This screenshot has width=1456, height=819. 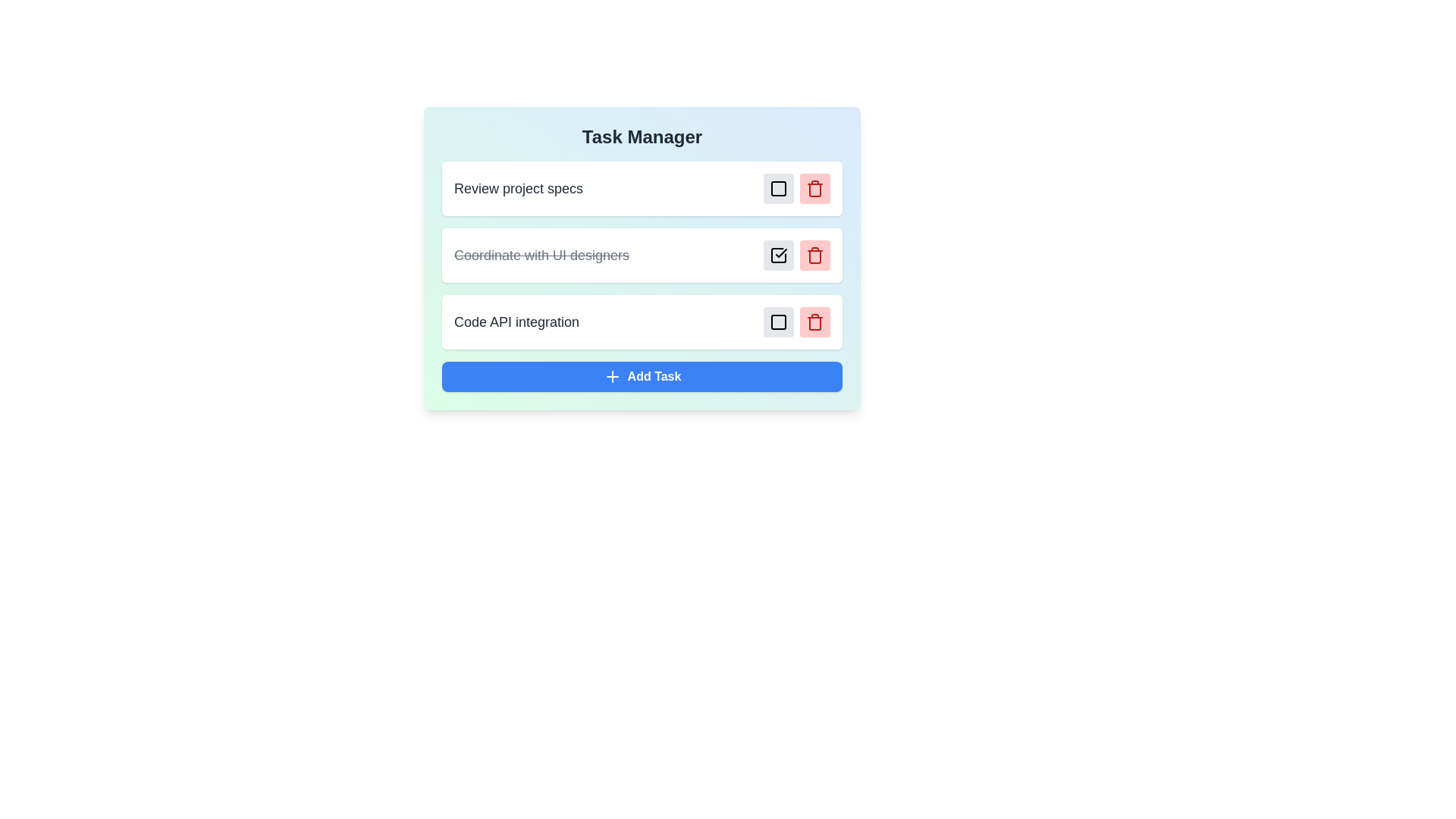 What do you see at coordinates (814, 321) in the screenshot?
I see `delete button for the task identified by Code API integration` at bounding box center [814, 321].